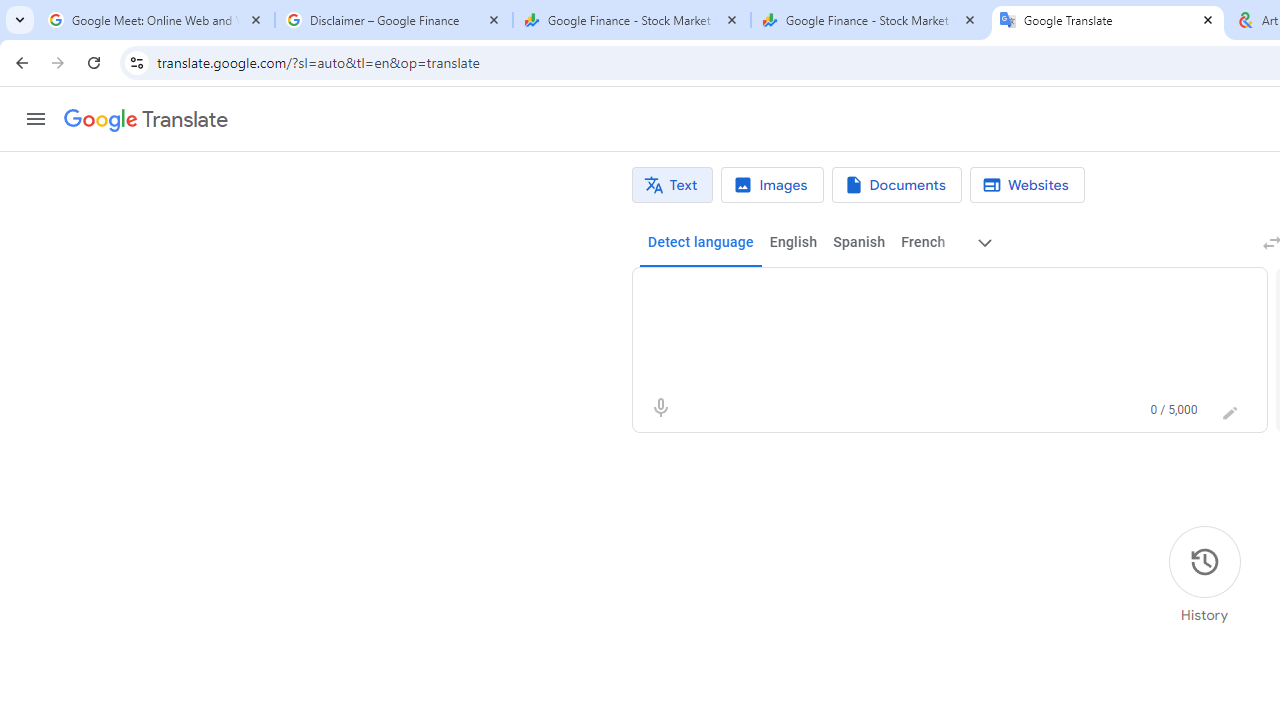 The width and height of the screenshot is (1280, 720). What do you see at coordinates (858, 242) in the screenshot?
I see `'Spanish'` at bounding box center [858, 242].